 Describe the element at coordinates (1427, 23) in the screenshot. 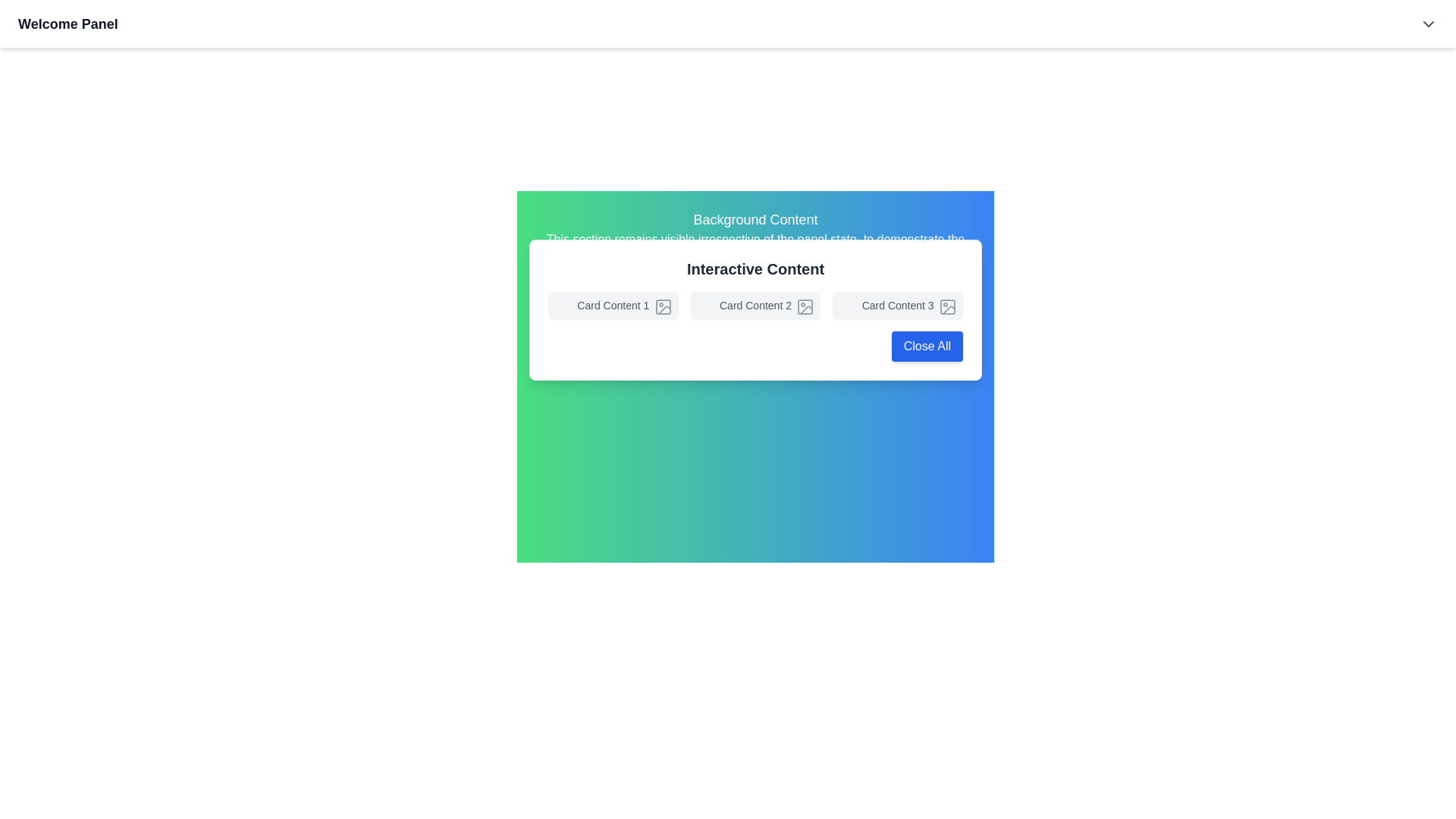

I see `the Interactive icon in the top-right corner of the navigation bar` at that location.